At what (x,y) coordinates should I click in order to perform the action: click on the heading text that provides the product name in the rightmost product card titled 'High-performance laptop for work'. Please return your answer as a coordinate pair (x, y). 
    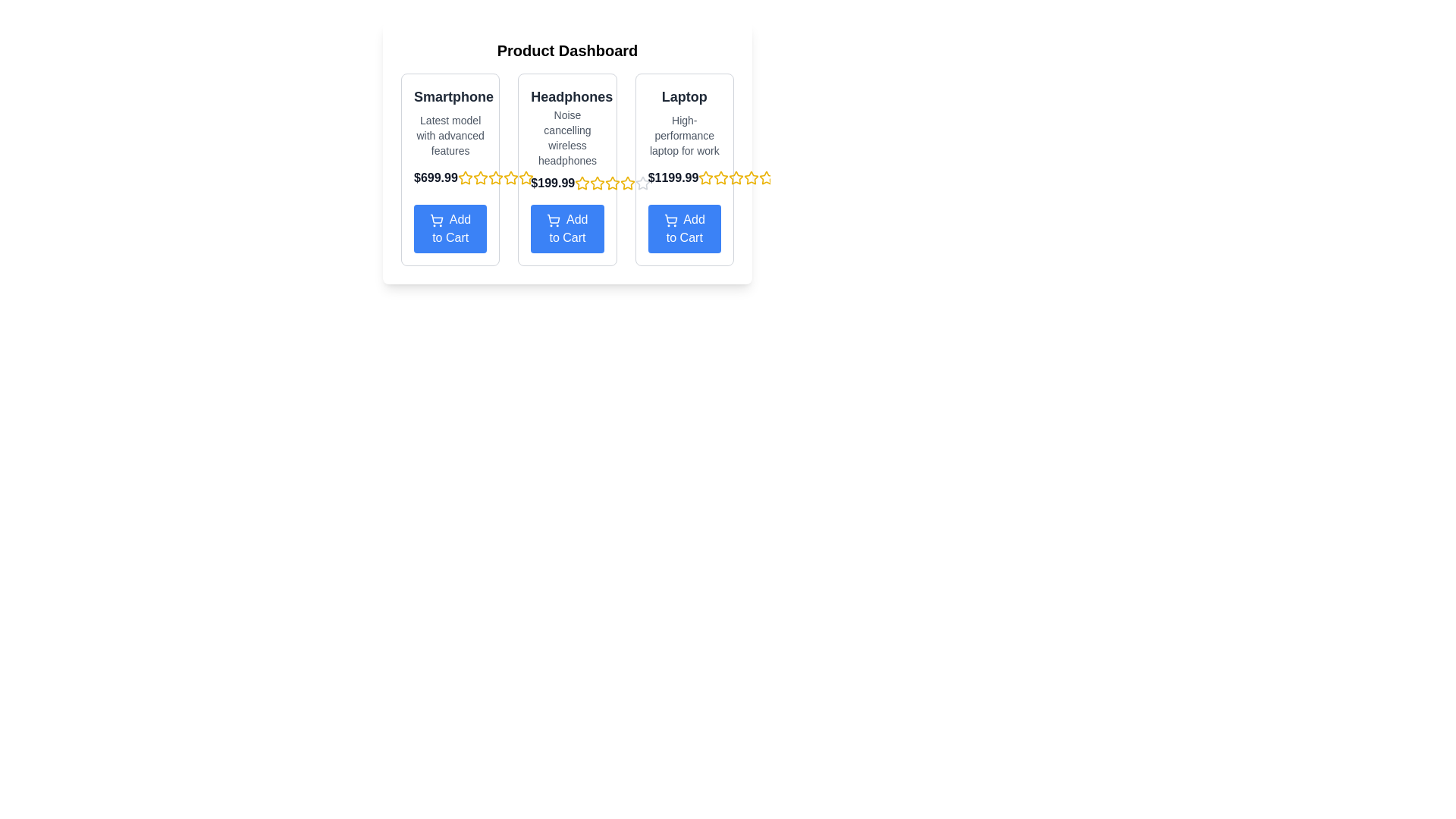
    Looking at the image, I should click on (683, 96).